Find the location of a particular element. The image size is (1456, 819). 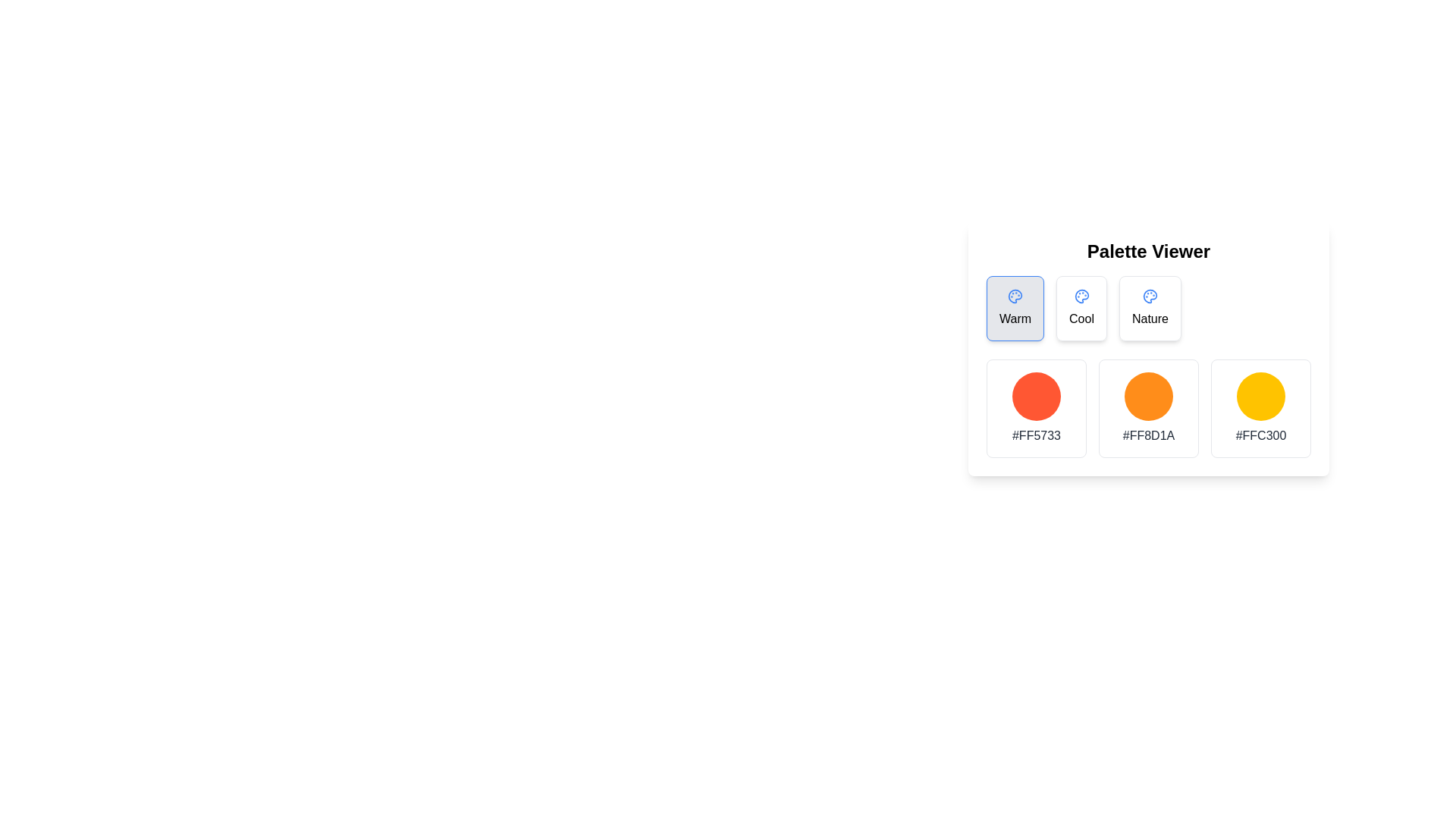

the first button in the color theme options is located at coordinates (1015, 308).